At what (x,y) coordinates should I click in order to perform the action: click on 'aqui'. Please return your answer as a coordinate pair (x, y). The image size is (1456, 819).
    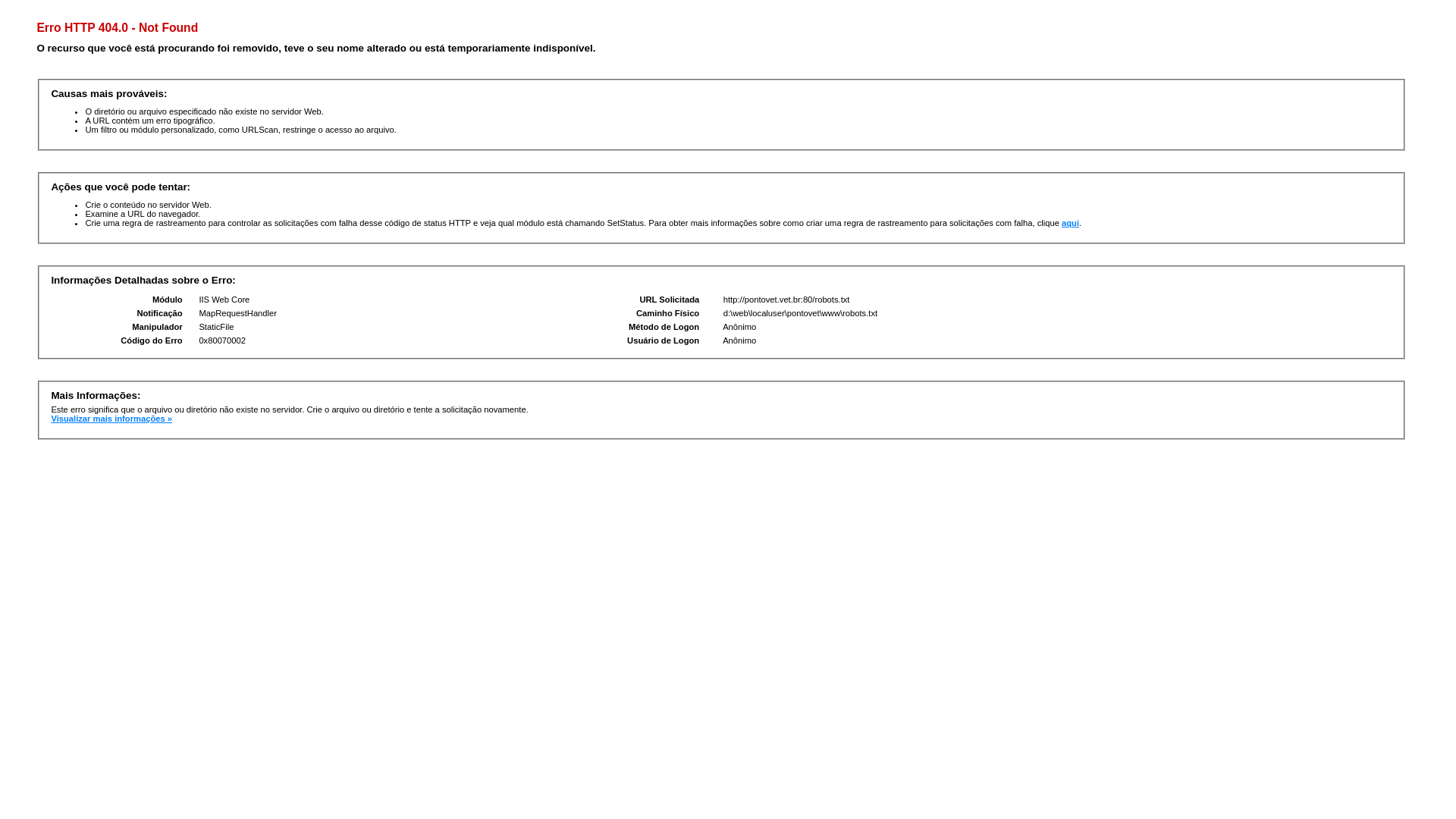
    Looking at the image, I should click on (1069, 222).